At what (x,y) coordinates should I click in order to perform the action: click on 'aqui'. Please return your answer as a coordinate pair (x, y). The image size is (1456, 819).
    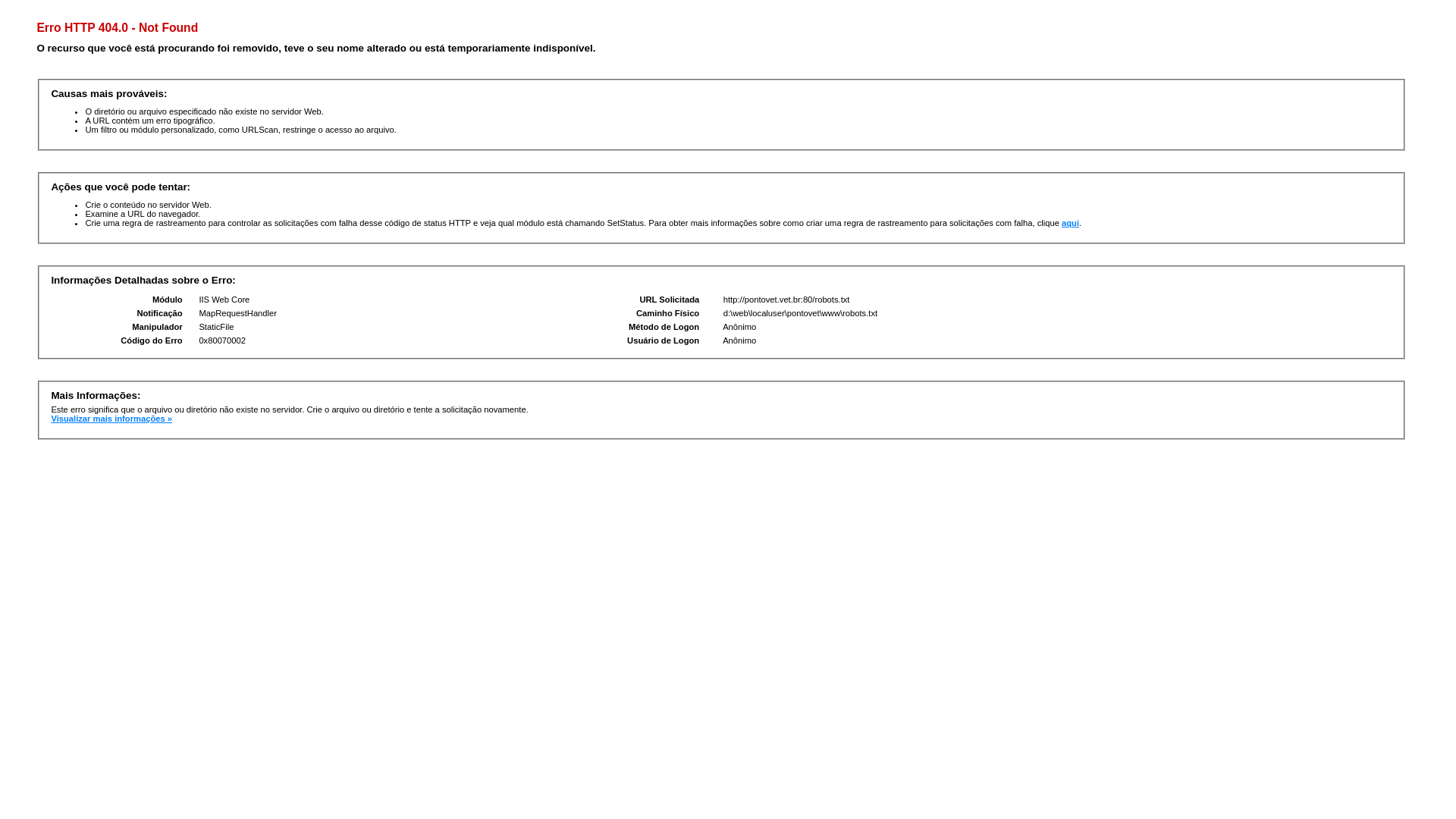
    Looking at the image, I should click on (1069, 222).